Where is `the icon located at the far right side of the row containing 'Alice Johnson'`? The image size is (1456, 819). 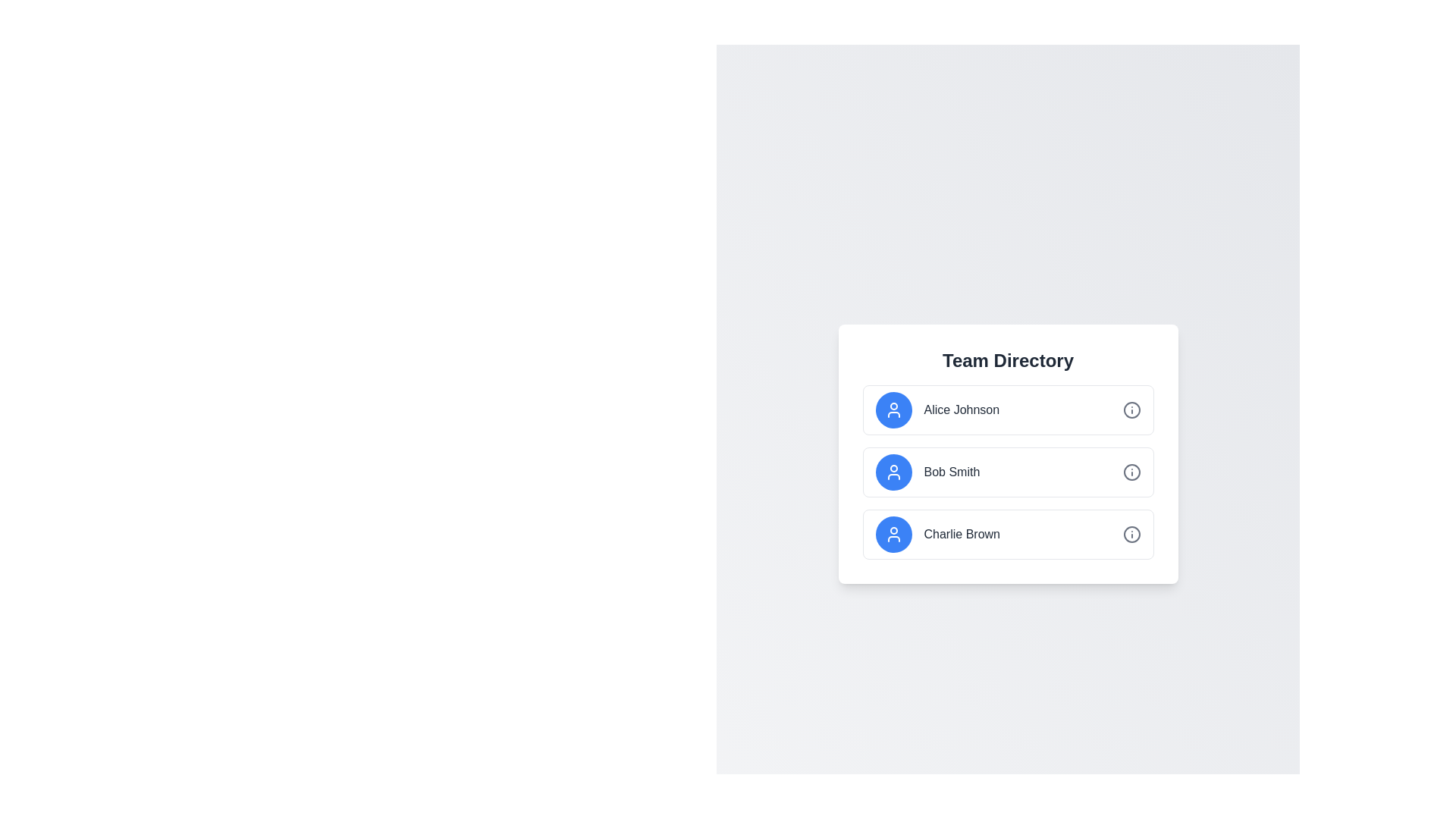 the icon located at the far right side of the row containing 'Alice Johnson' is located at coordinates (1131, 409).